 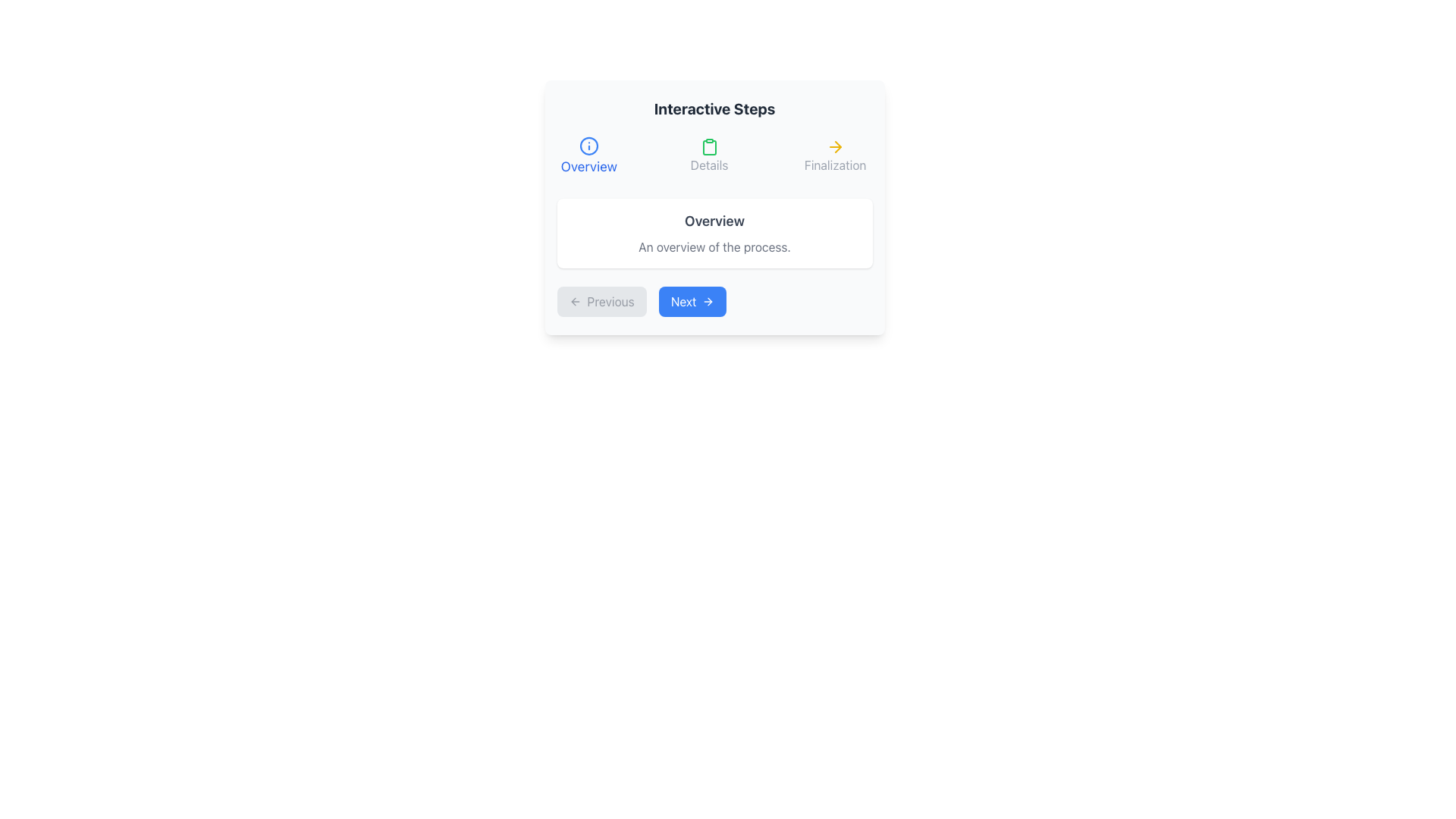 I want to click on the clipboard icon representing the 'Details' step in the multi-step navigation bar labeled 'Interactive Steps', so click(x=708, y=146).